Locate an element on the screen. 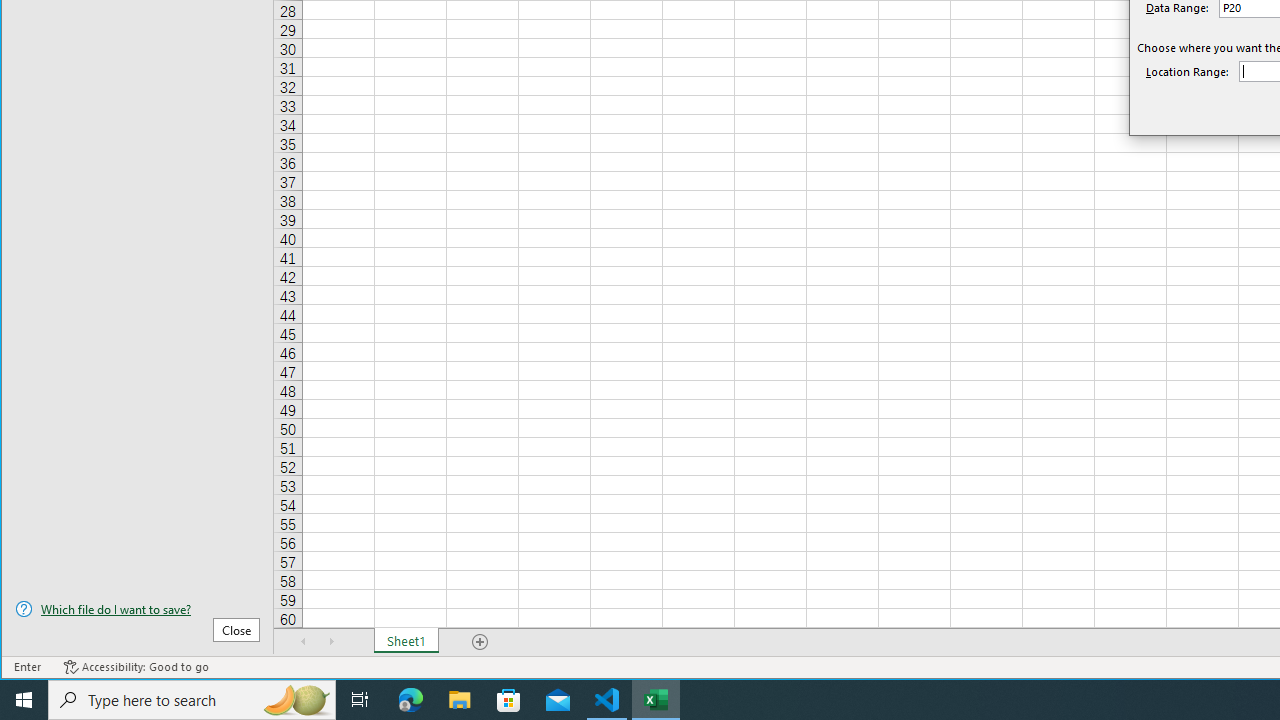  'Type here to search' is located at coordinates (192, 698).